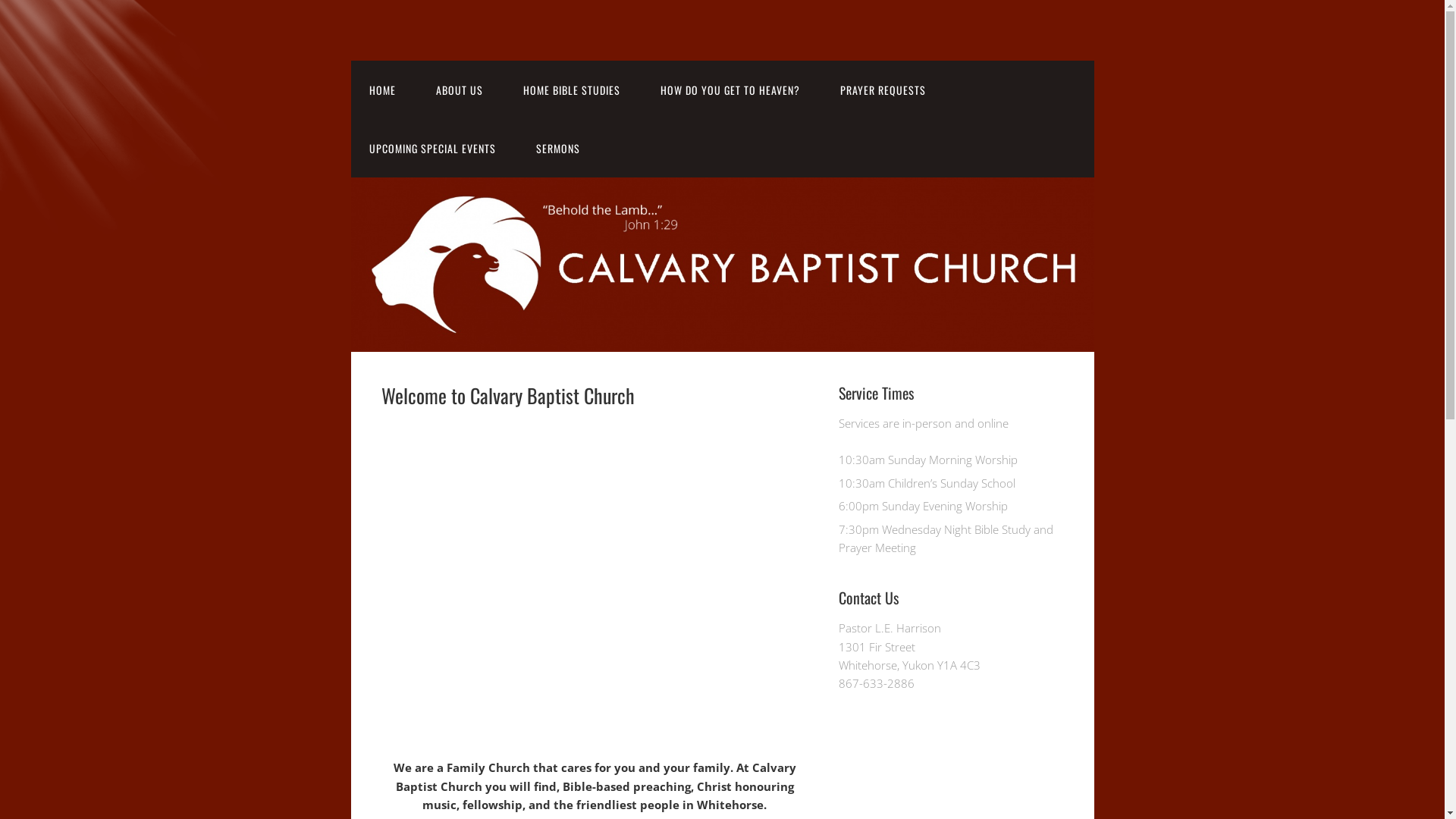 Image resolution: width=1456 pixels, height=819 pixels. What do you see at coordinates (505, 89) in the screenshot?
I see `'HOME BIBLE STUDIES'` at bounding box center [505, 89].